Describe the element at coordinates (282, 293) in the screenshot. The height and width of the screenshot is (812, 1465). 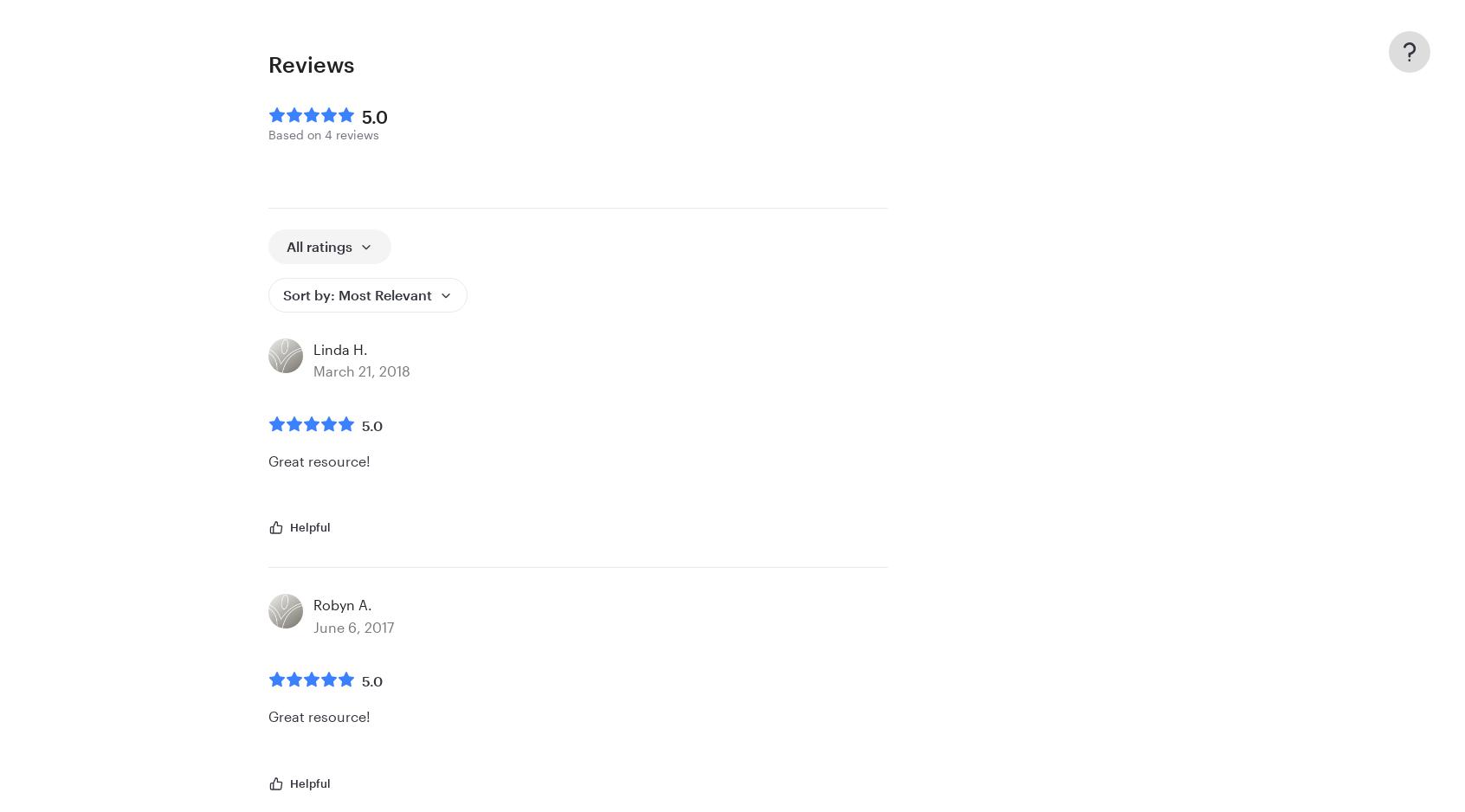
I see `'Sort by:'` at that location.